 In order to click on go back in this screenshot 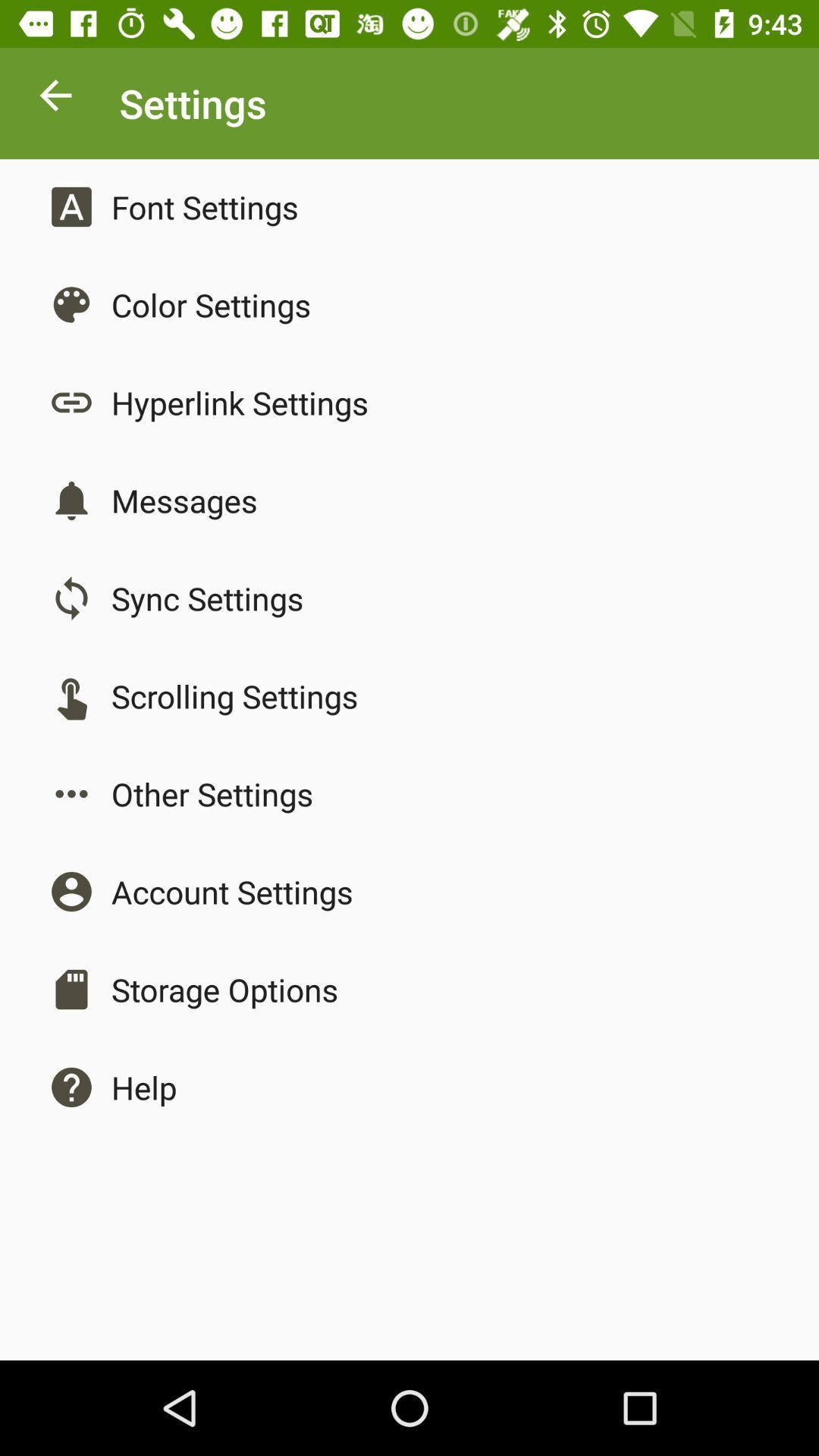, I will do `click(55, 99)`.